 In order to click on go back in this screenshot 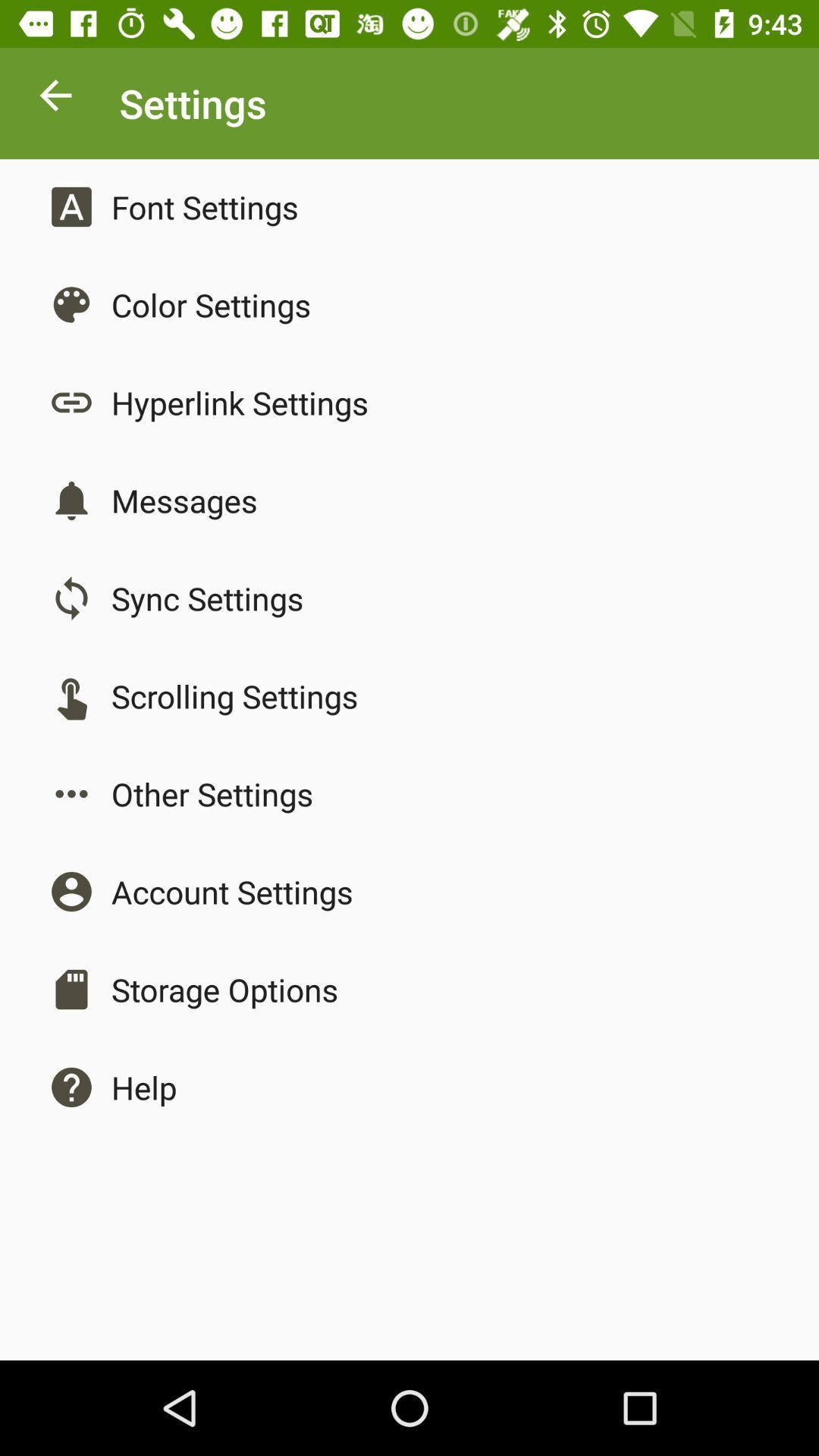, I will do `click(55, 99)`.